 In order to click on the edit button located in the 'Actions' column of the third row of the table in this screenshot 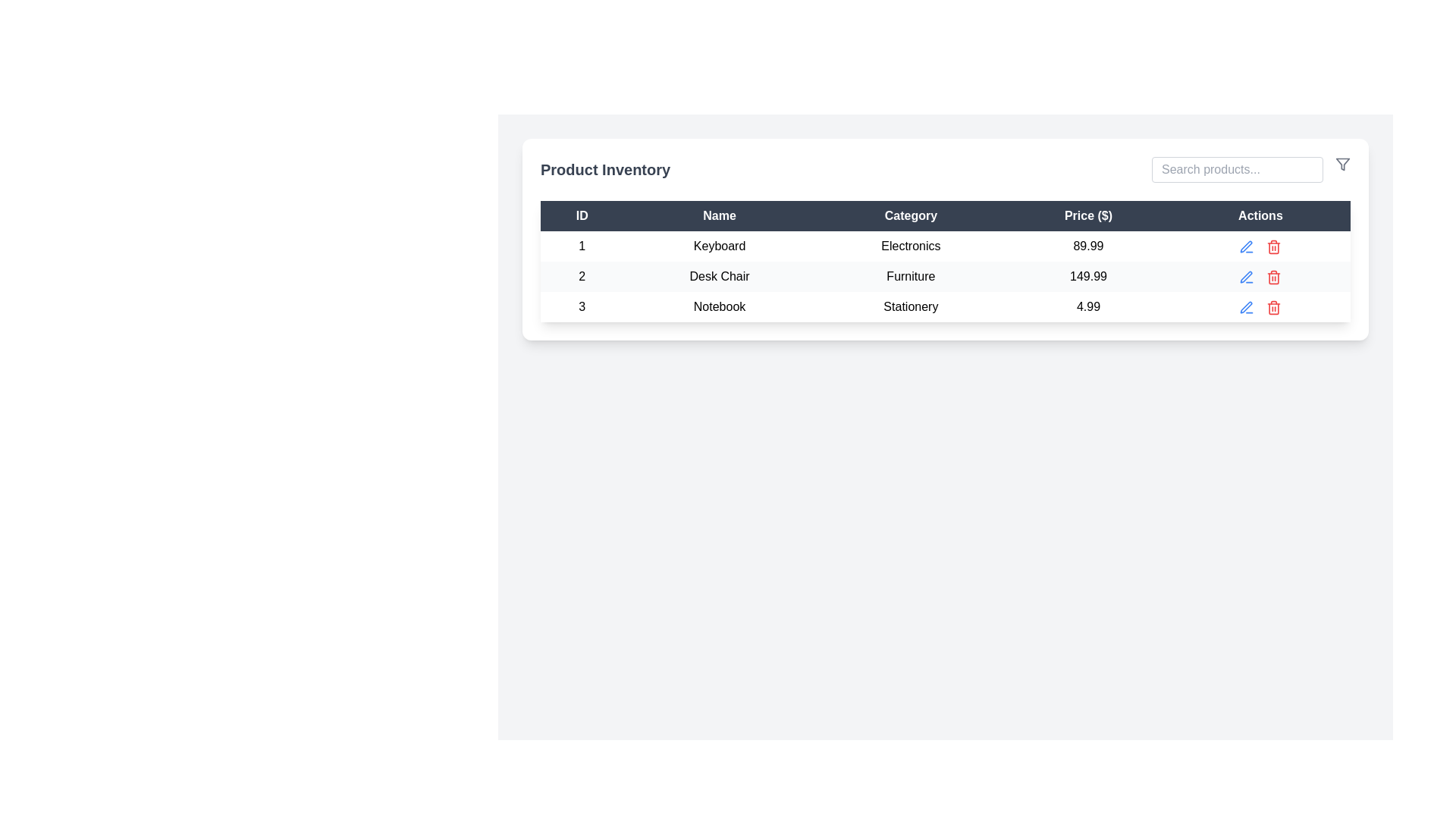, I will do `click(1247, 307)`.